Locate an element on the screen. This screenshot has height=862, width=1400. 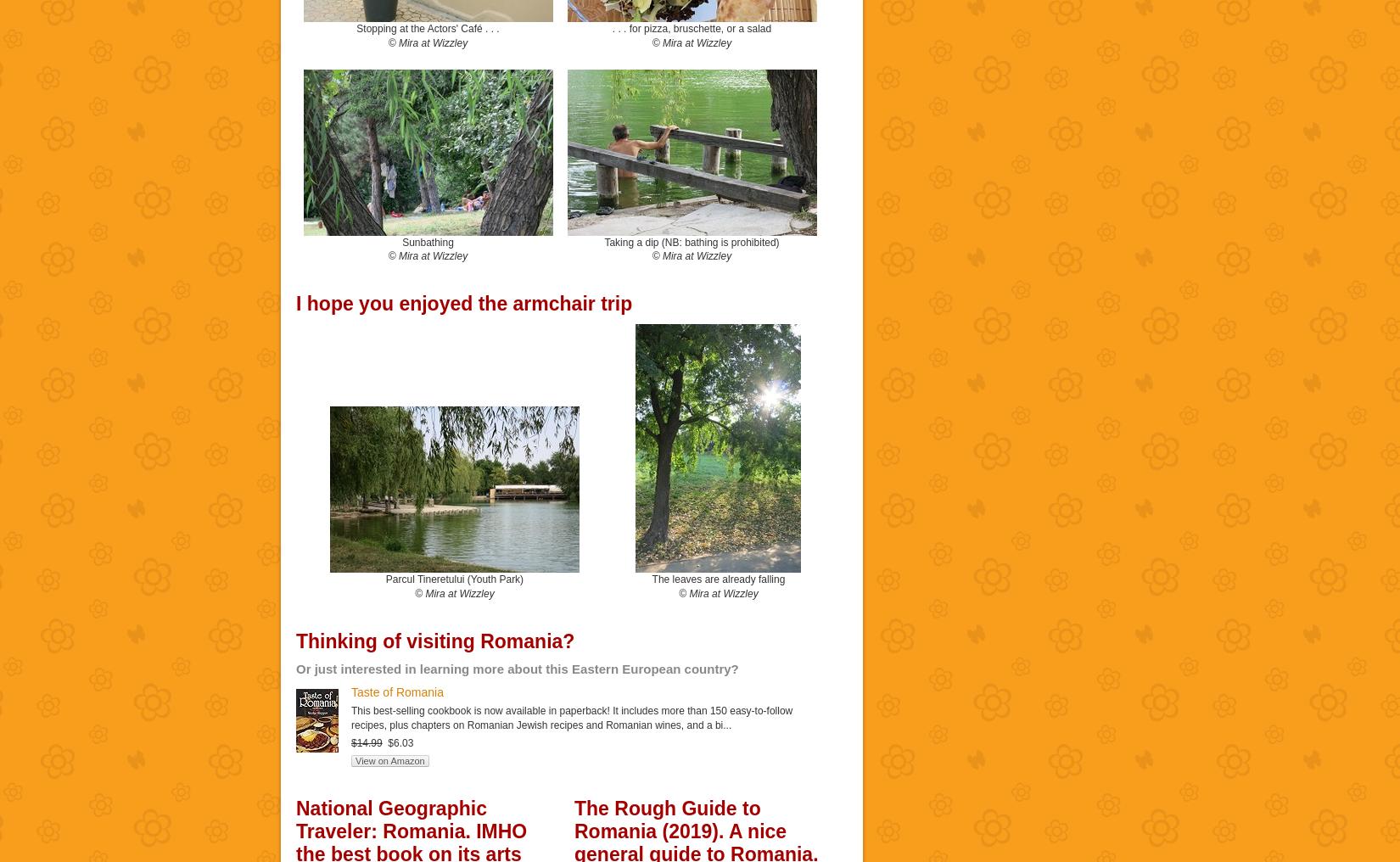
'View on Amazon' is located at coordinates (389, 759).